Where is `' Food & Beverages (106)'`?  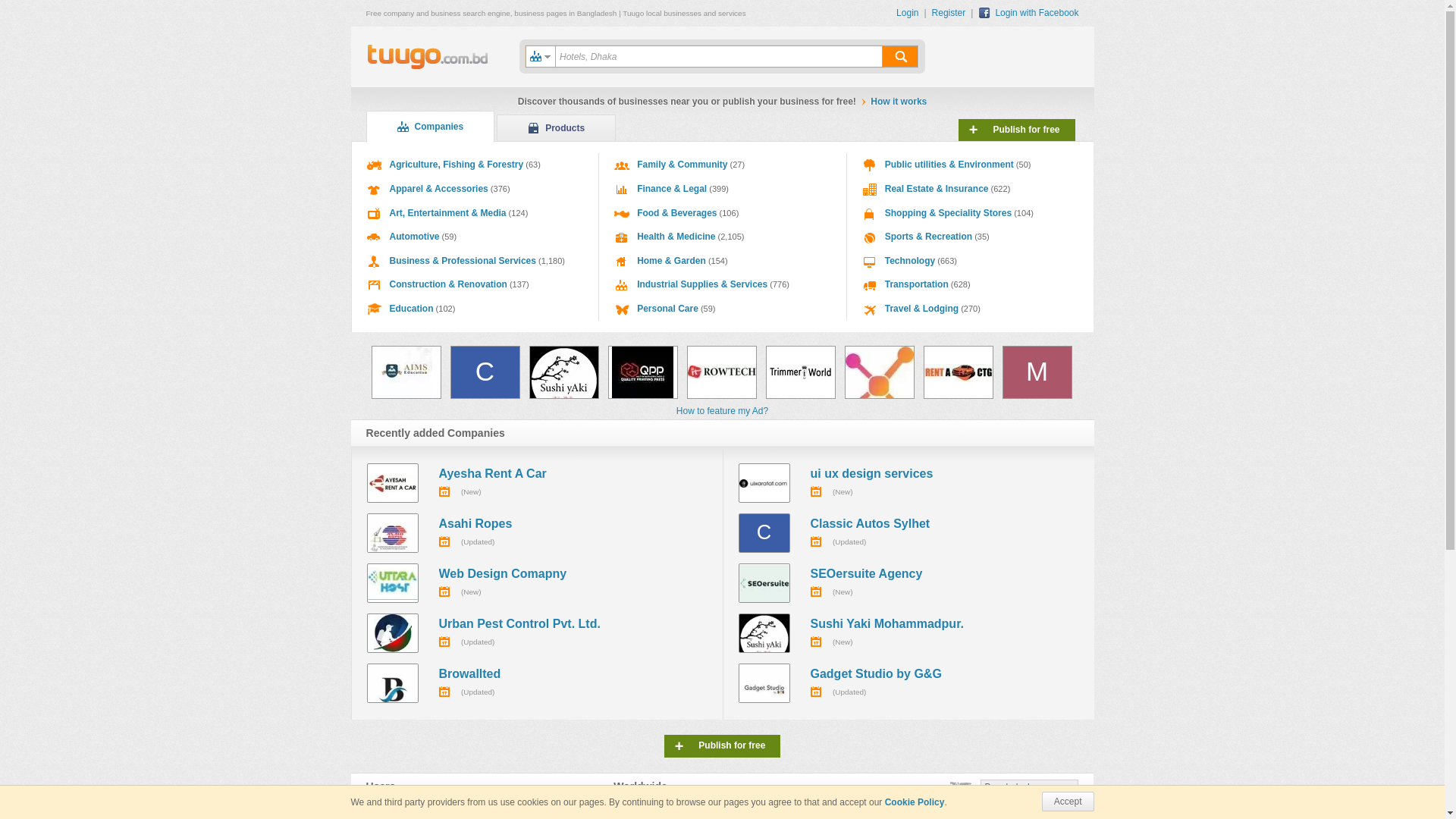 ' Food & Beverages (106)' is located at coordinates (722, 213).